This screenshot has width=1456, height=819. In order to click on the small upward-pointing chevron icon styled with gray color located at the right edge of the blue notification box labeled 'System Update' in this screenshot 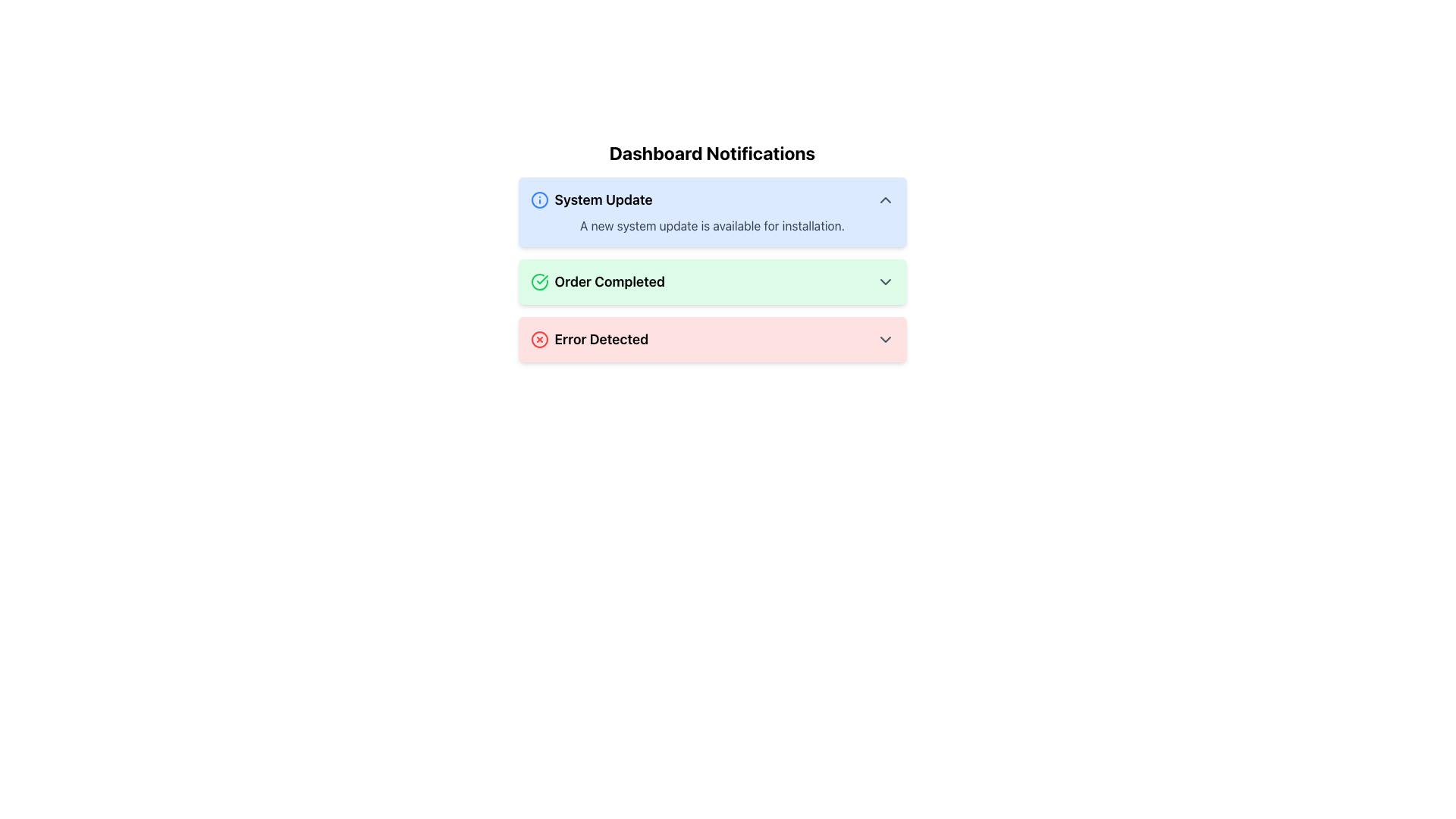, I will do `click(885, 199)`.